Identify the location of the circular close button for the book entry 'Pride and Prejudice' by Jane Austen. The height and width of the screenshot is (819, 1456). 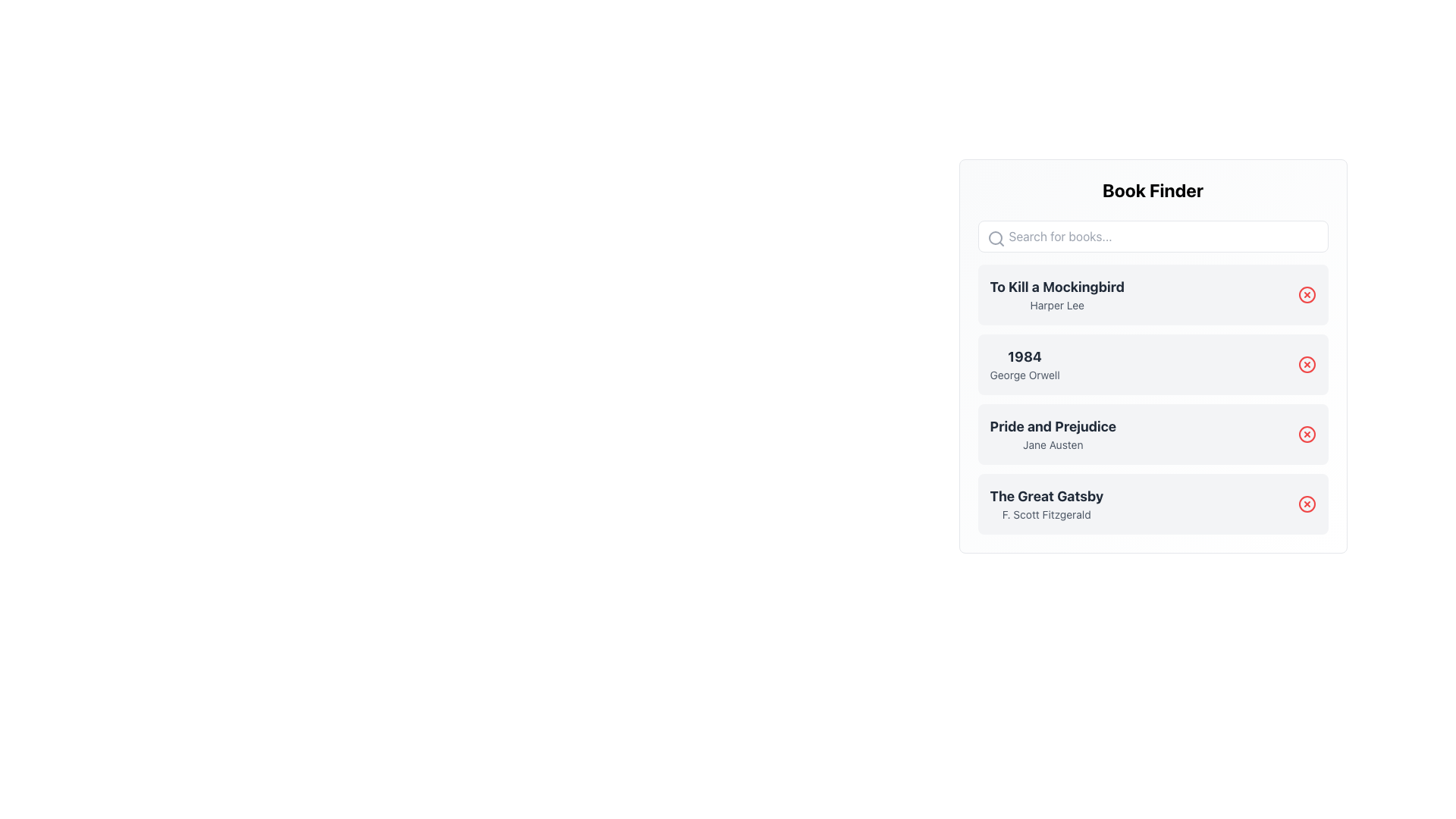
(1306, 435).